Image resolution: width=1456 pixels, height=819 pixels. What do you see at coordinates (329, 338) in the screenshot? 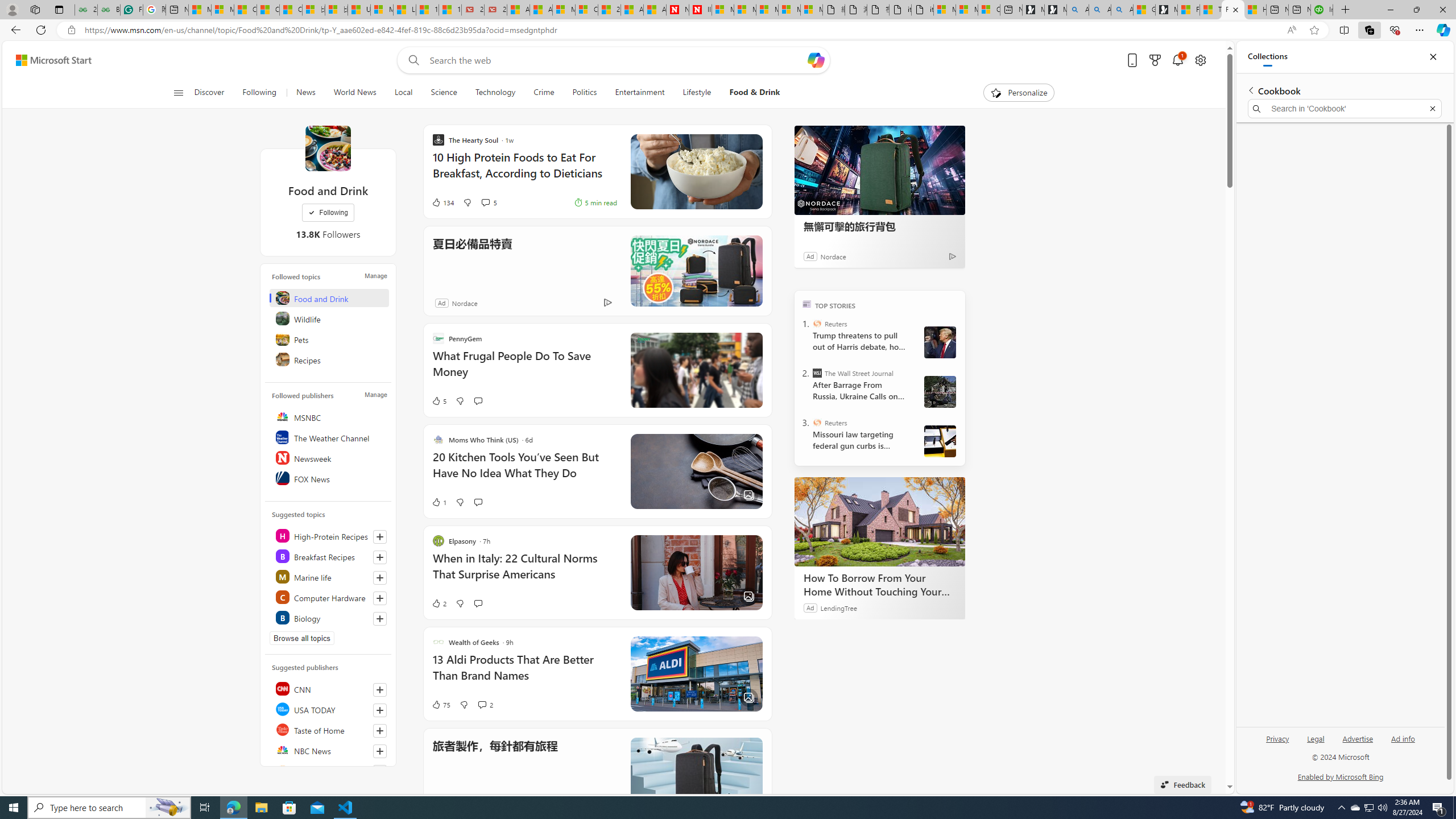
I see `'Pets'` at bounding box center [329, 338].